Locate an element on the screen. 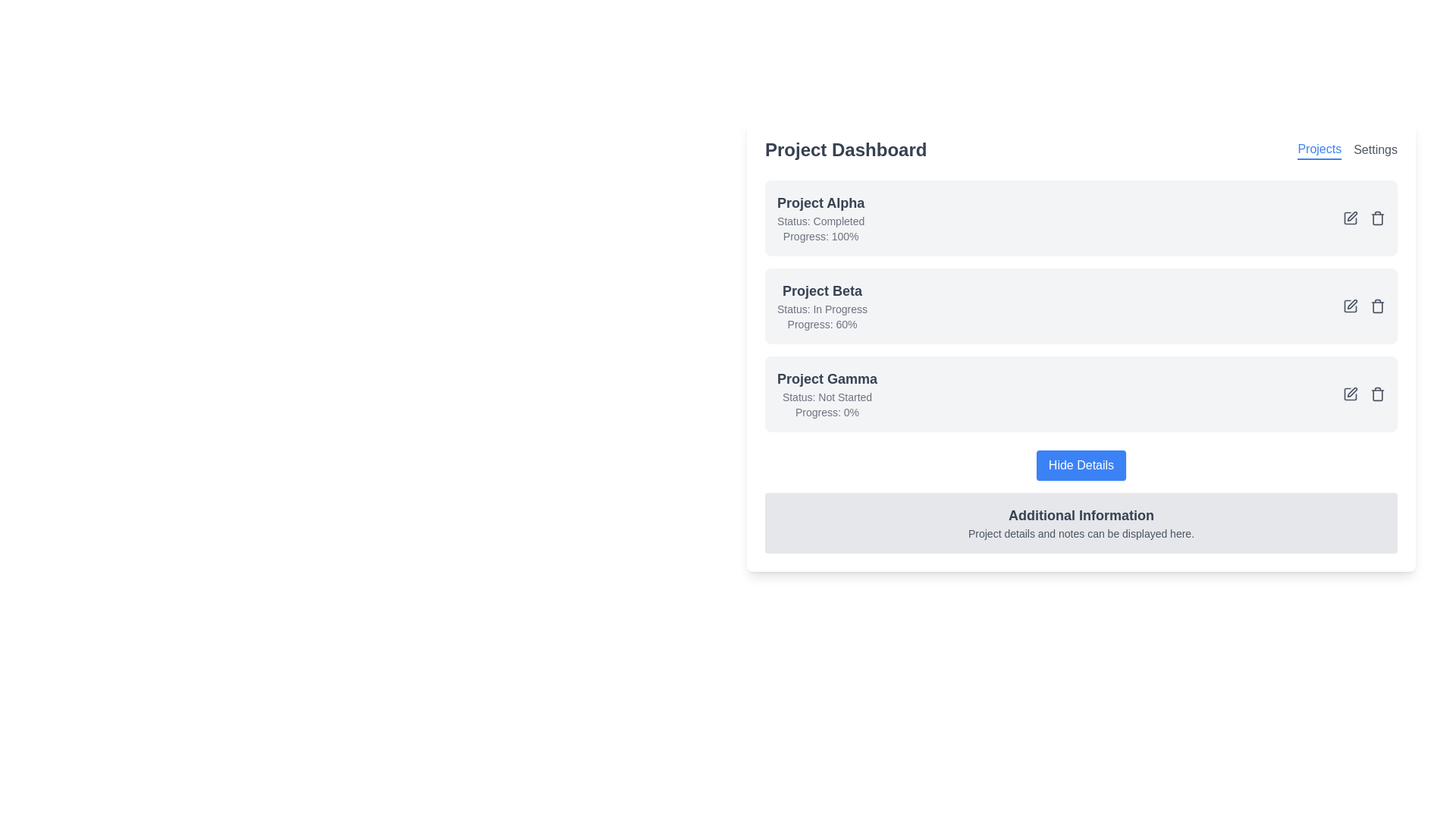 This screenshot has width=1456, height=819. the gray pen icon button located at the top-right portion of the interface to initiate editing is located at coordinates (1352, 216).